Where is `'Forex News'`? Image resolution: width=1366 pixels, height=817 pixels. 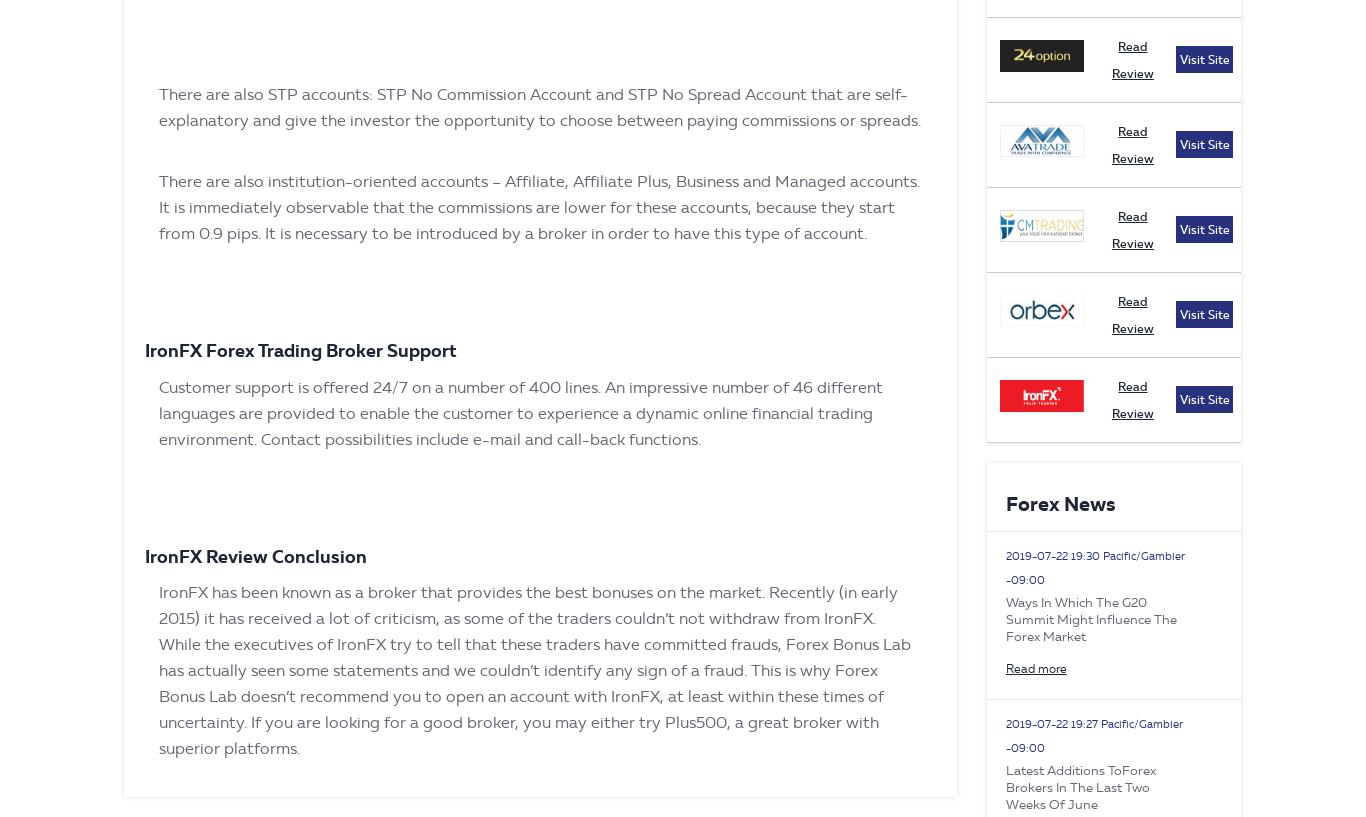 'Forex News' is located at coordinates (1059, 502).